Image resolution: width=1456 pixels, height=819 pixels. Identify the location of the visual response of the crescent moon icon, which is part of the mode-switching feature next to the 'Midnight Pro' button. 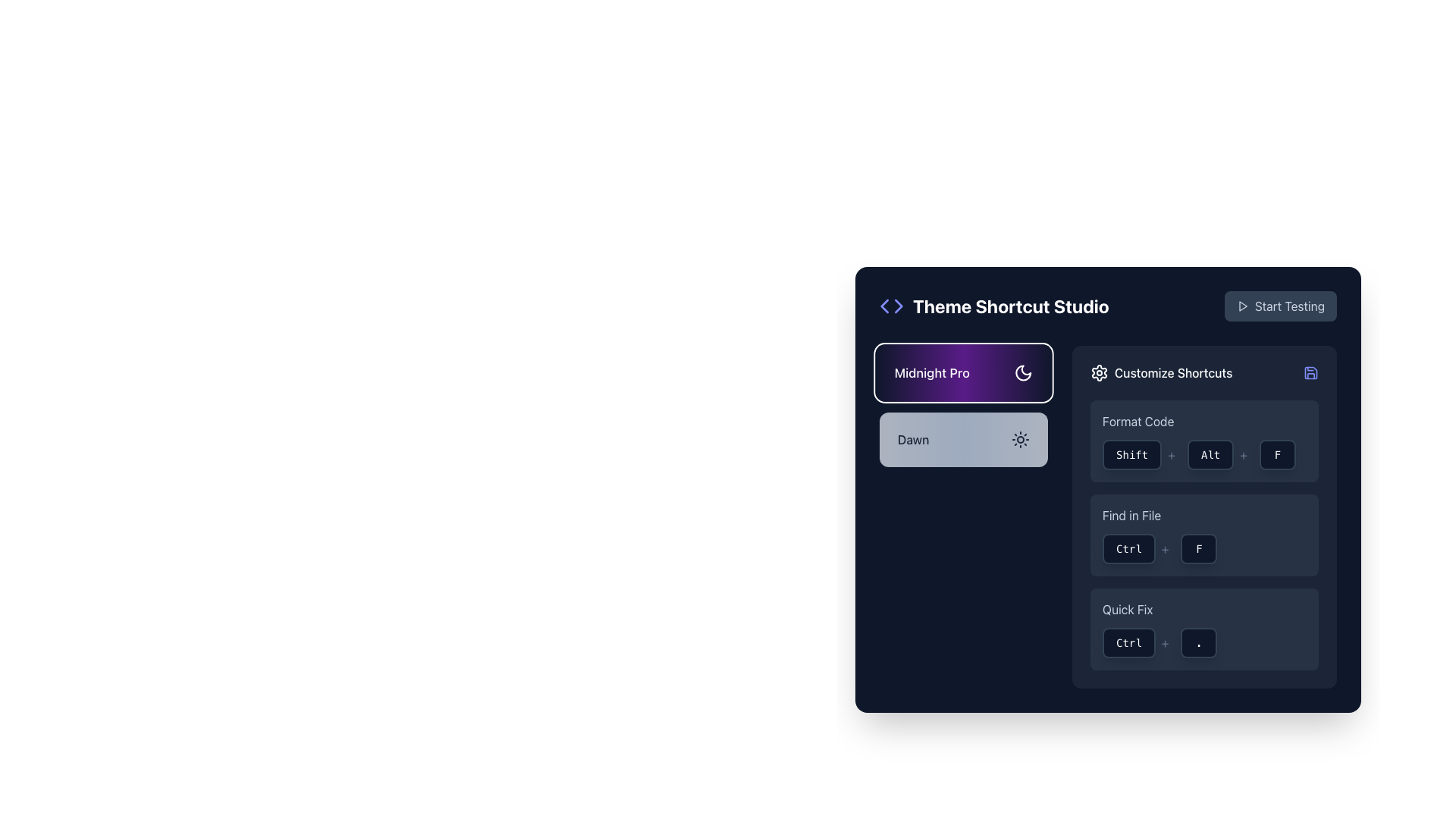
(1023, 373).